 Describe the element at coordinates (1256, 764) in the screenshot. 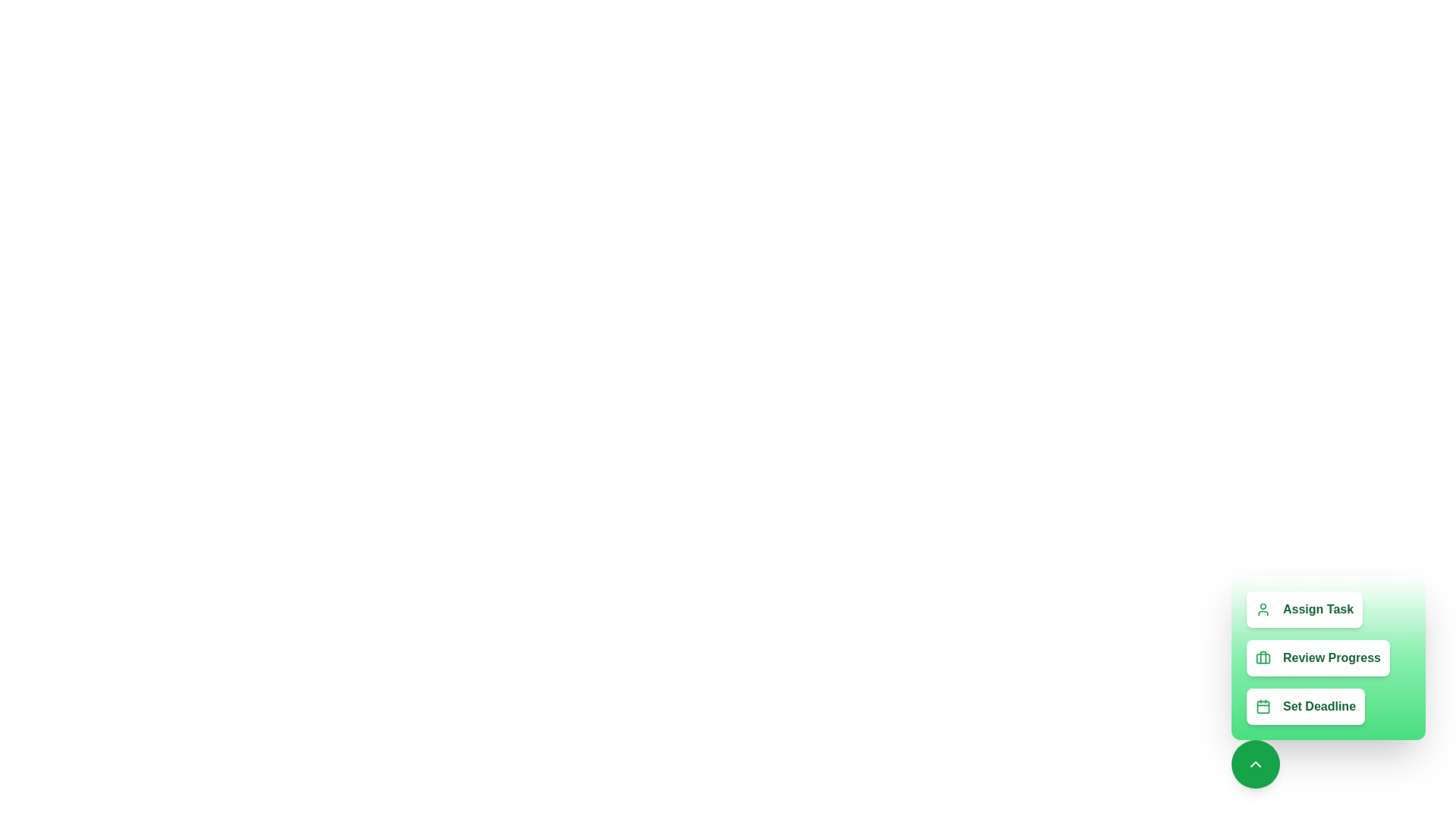

I see `the toggle button to toggle the visibility of the task menu` at that location.